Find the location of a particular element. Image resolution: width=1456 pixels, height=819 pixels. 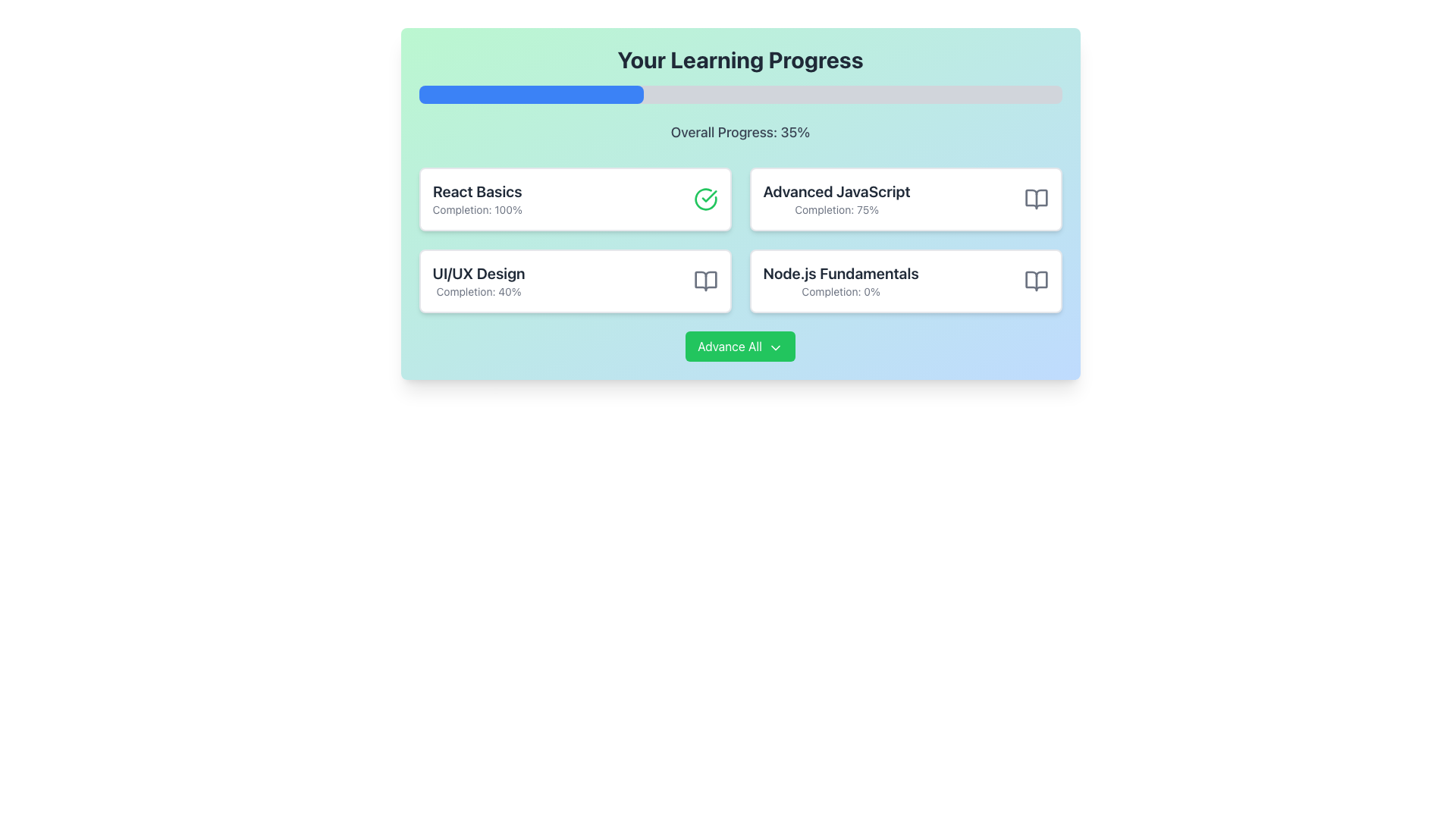

the informational text displaying the course title 'React Basics' and its completion percentage '100%' within the learning progress dashboard is located at coordinates (476, 198).